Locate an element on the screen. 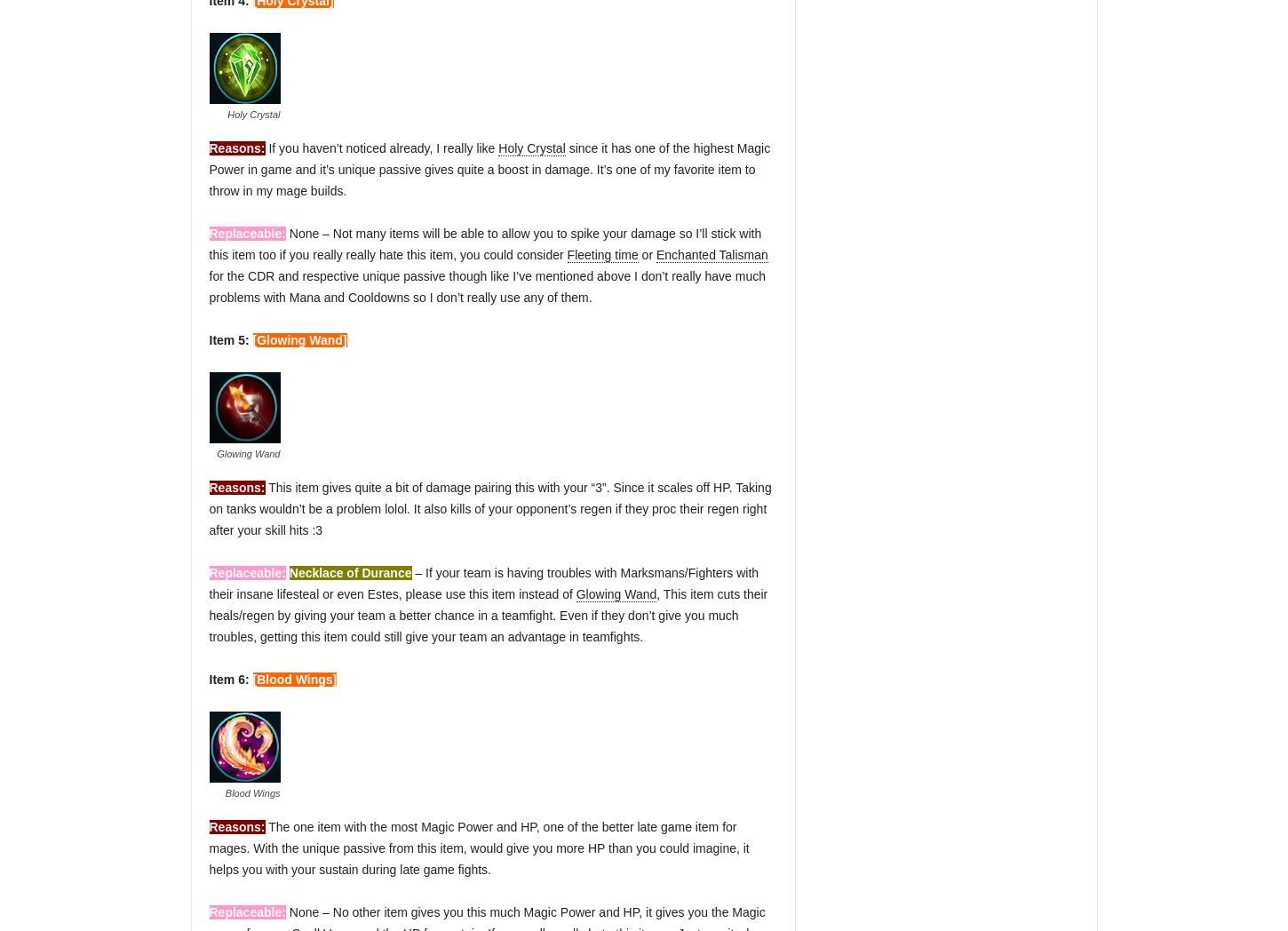 The height and width of the screenshot is (931, 1288). 'Item 5:' is located at coordinates (230, 339).